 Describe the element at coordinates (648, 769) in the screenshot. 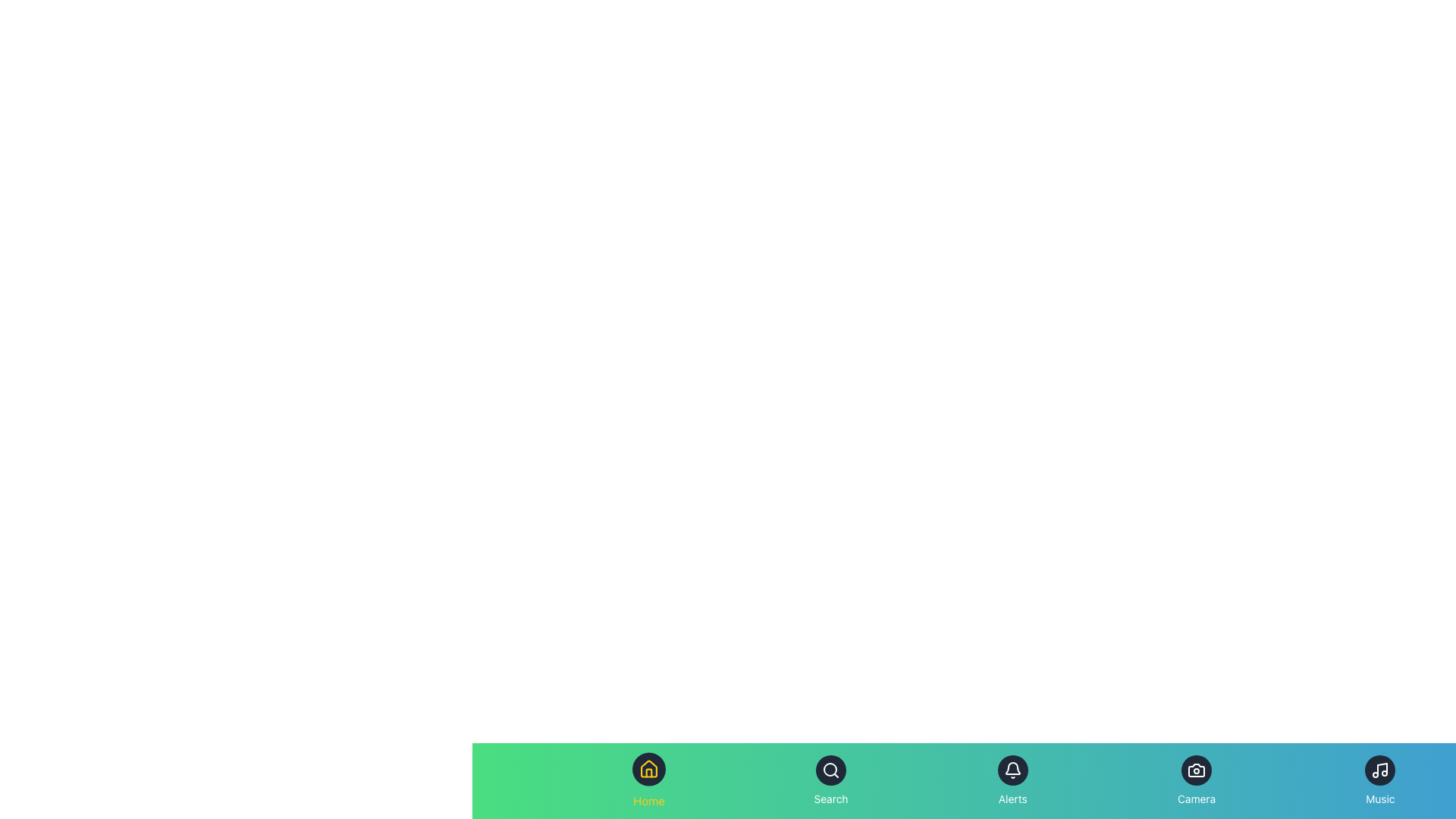

I see `the house icon, which serves as the navigation point to the home or dashboard page of the application` at that location.